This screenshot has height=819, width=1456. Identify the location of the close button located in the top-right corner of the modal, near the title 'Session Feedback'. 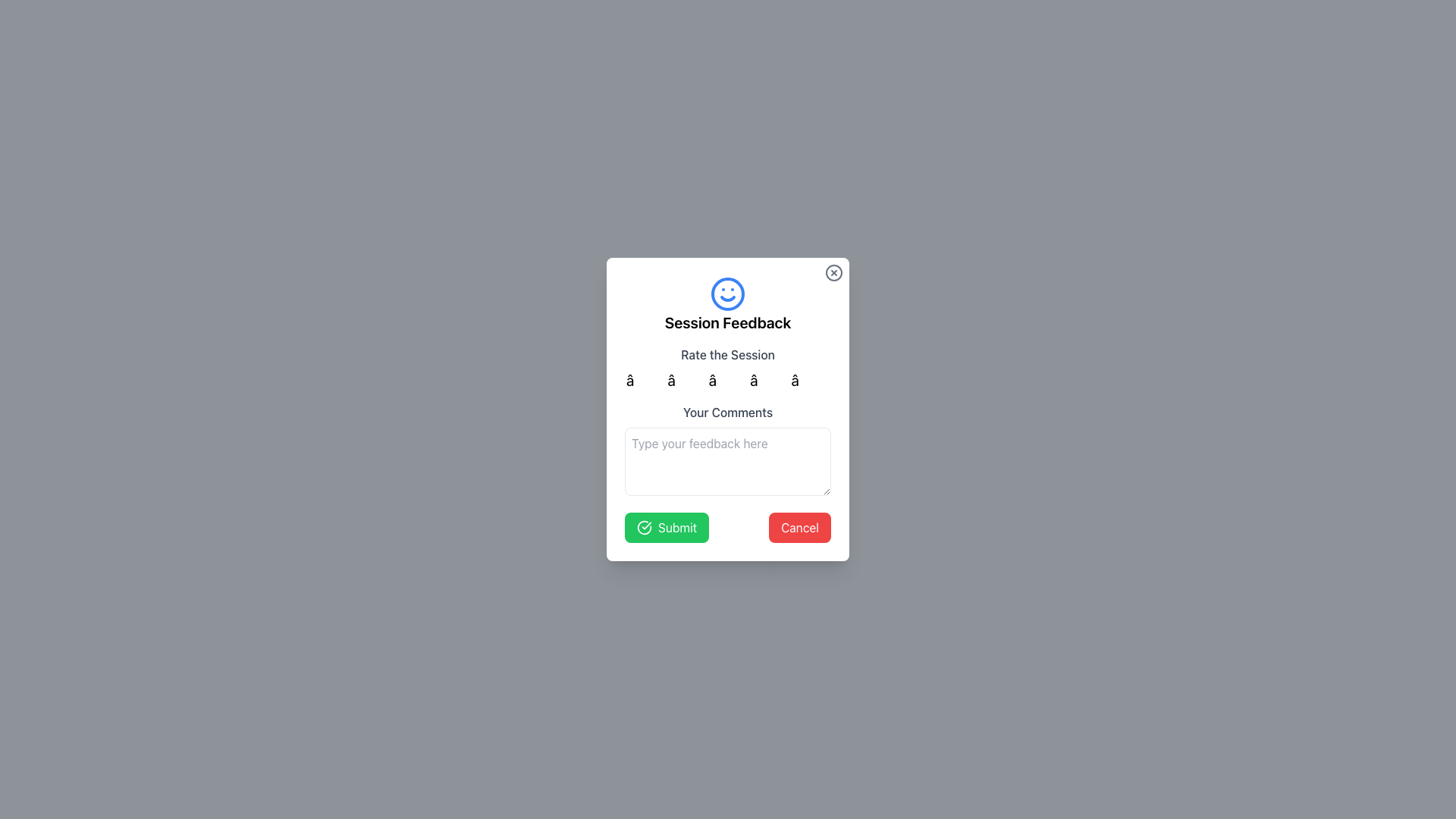
(833, 271).